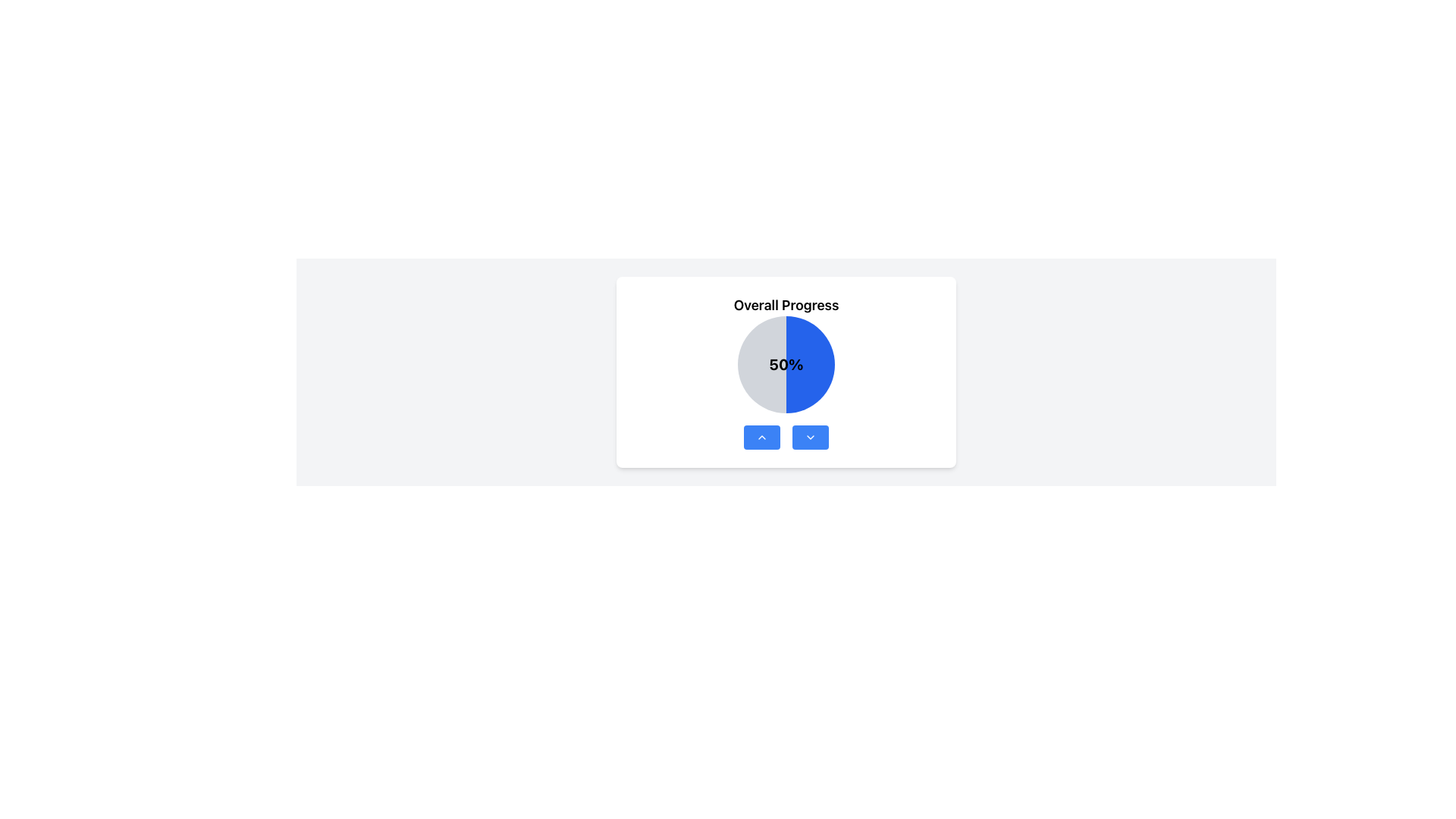 The width and height of the screenshot is (1456, 819). Describe the element at coordinates (761, 438) in the screenshot. I see `the blue rectangular button with a rounded corner and a centered white upward arrow icon, located below the progress chart and to the left of a similar downward button` at that location.